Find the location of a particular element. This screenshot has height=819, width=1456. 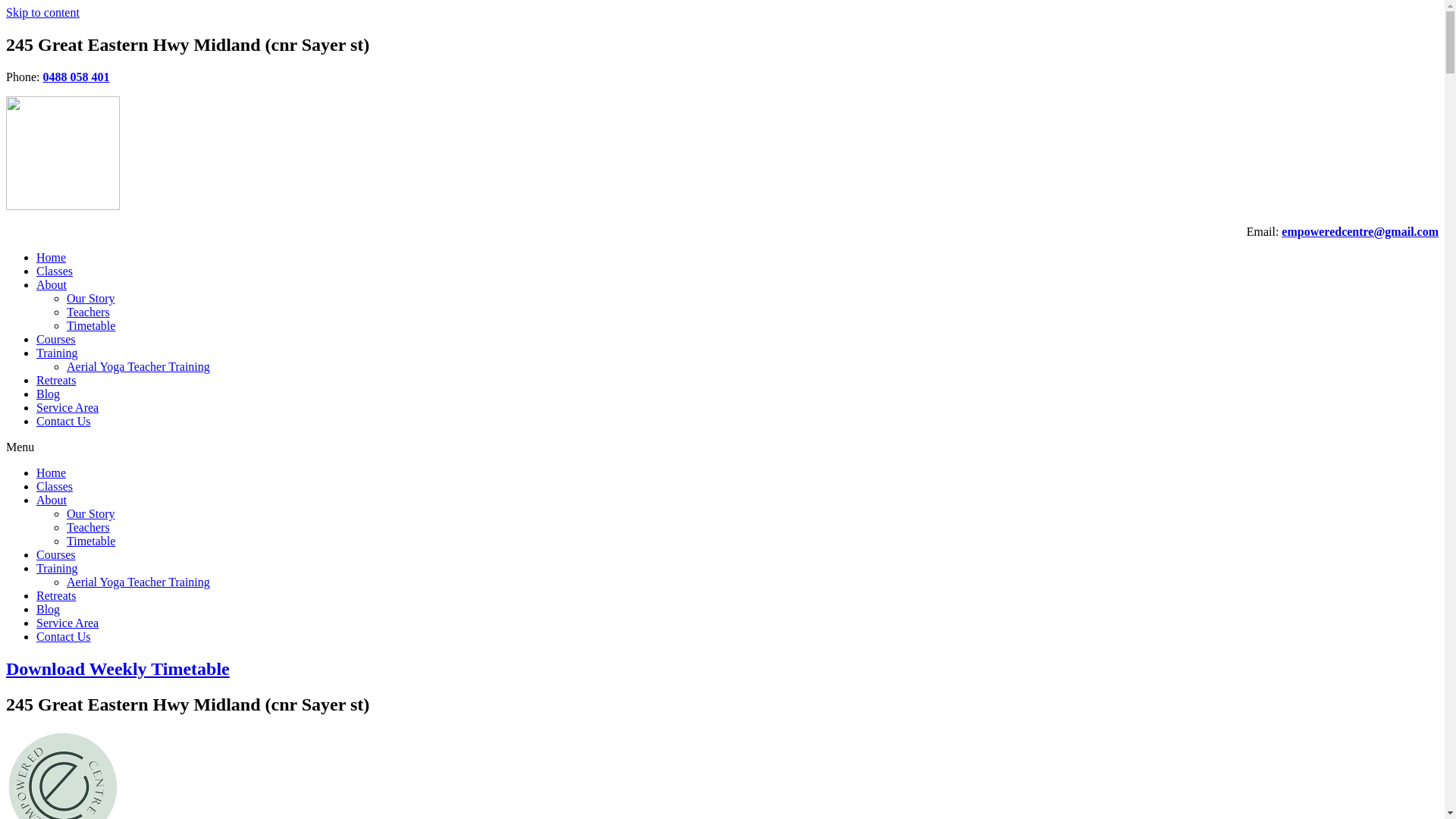

'Home' is located at coordinates (51, 472).